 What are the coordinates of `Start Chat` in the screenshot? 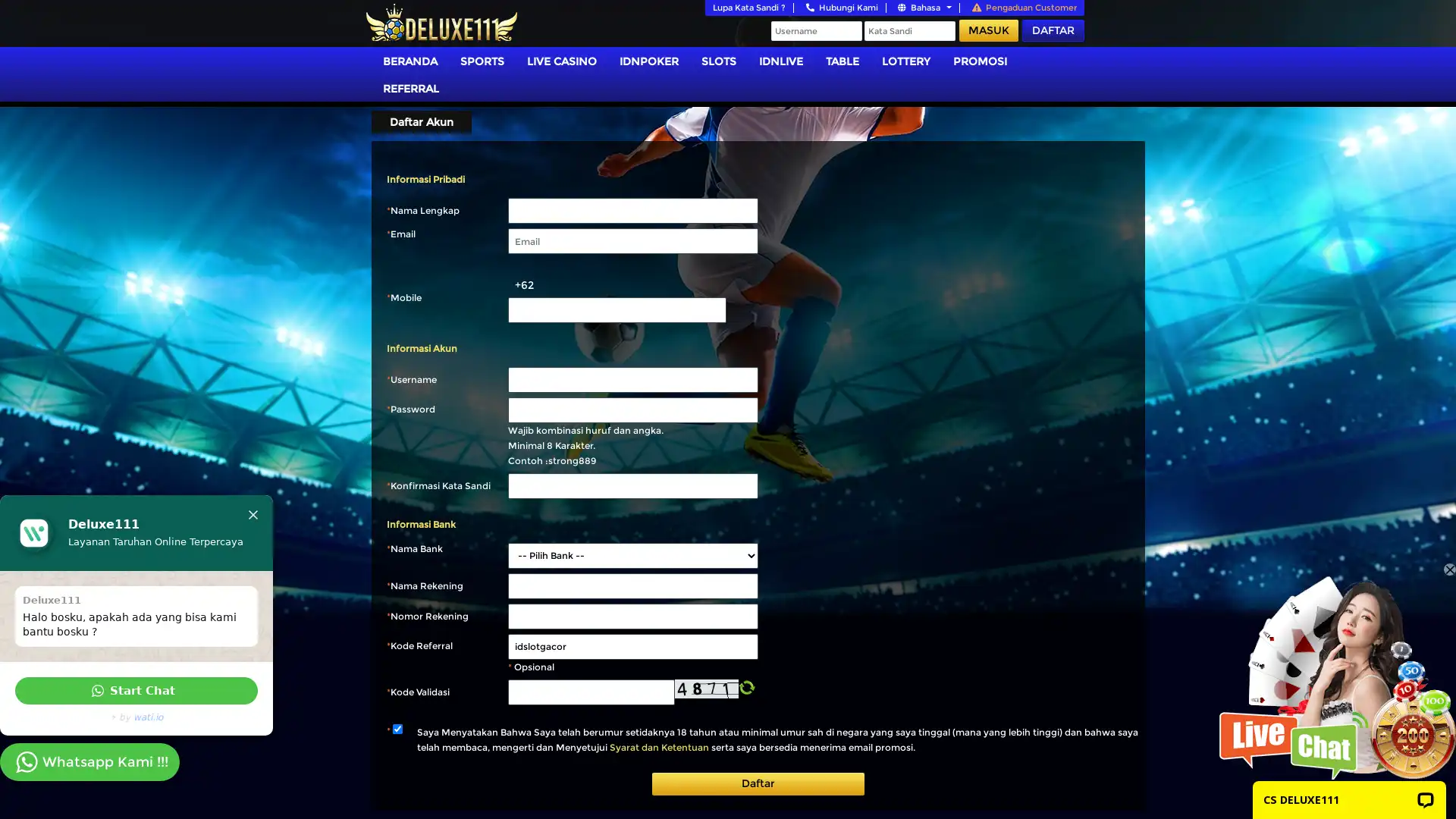 It's located at (136, 690).